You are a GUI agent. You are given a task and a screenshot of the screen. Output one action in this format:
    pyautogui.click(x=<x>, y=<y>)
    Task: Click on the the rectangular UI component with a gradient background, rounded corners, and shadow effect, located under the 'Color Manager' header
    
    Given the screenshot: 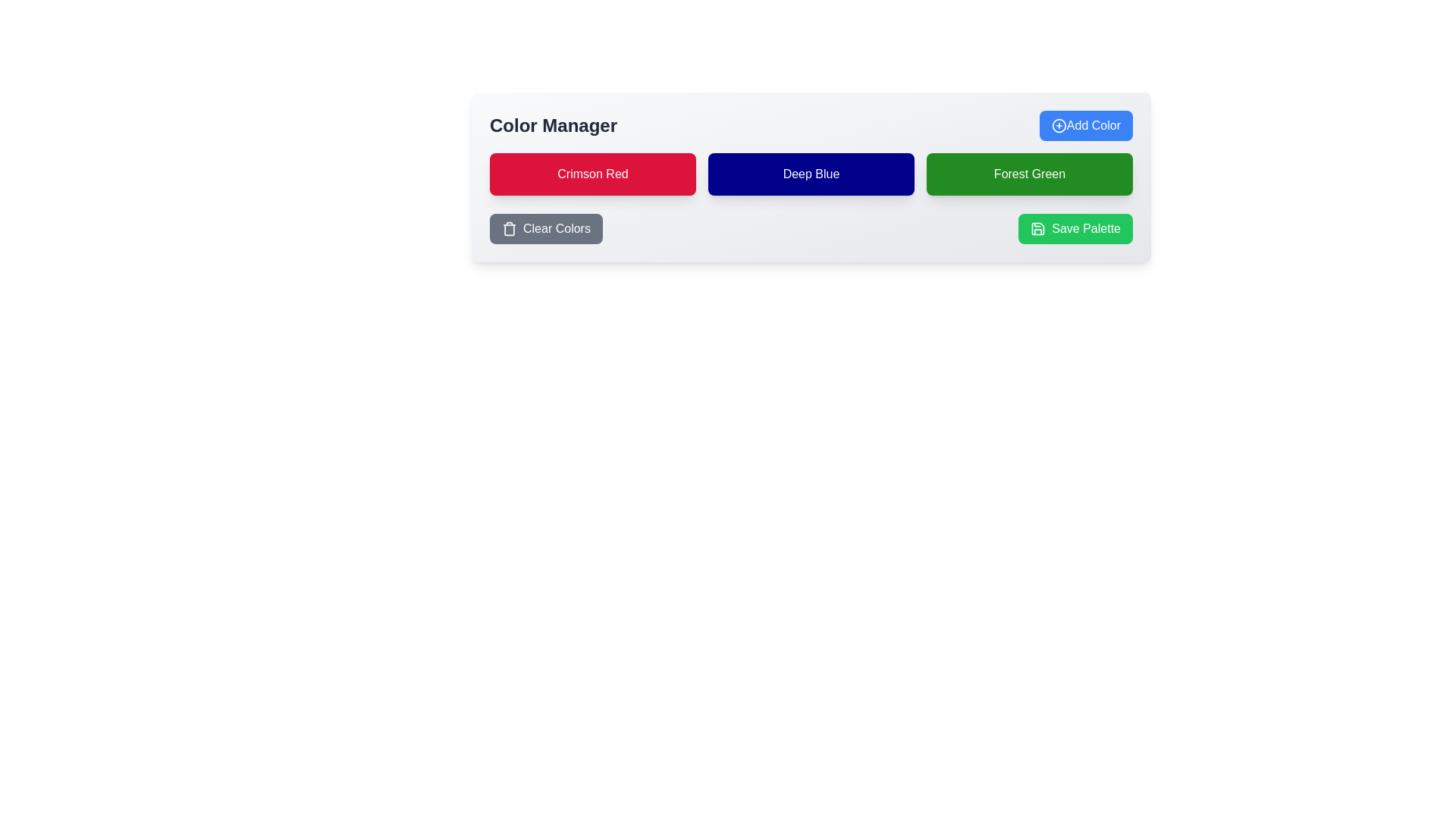 What is the action you would take?
    pyautogui.click(x=811, y=177)
    